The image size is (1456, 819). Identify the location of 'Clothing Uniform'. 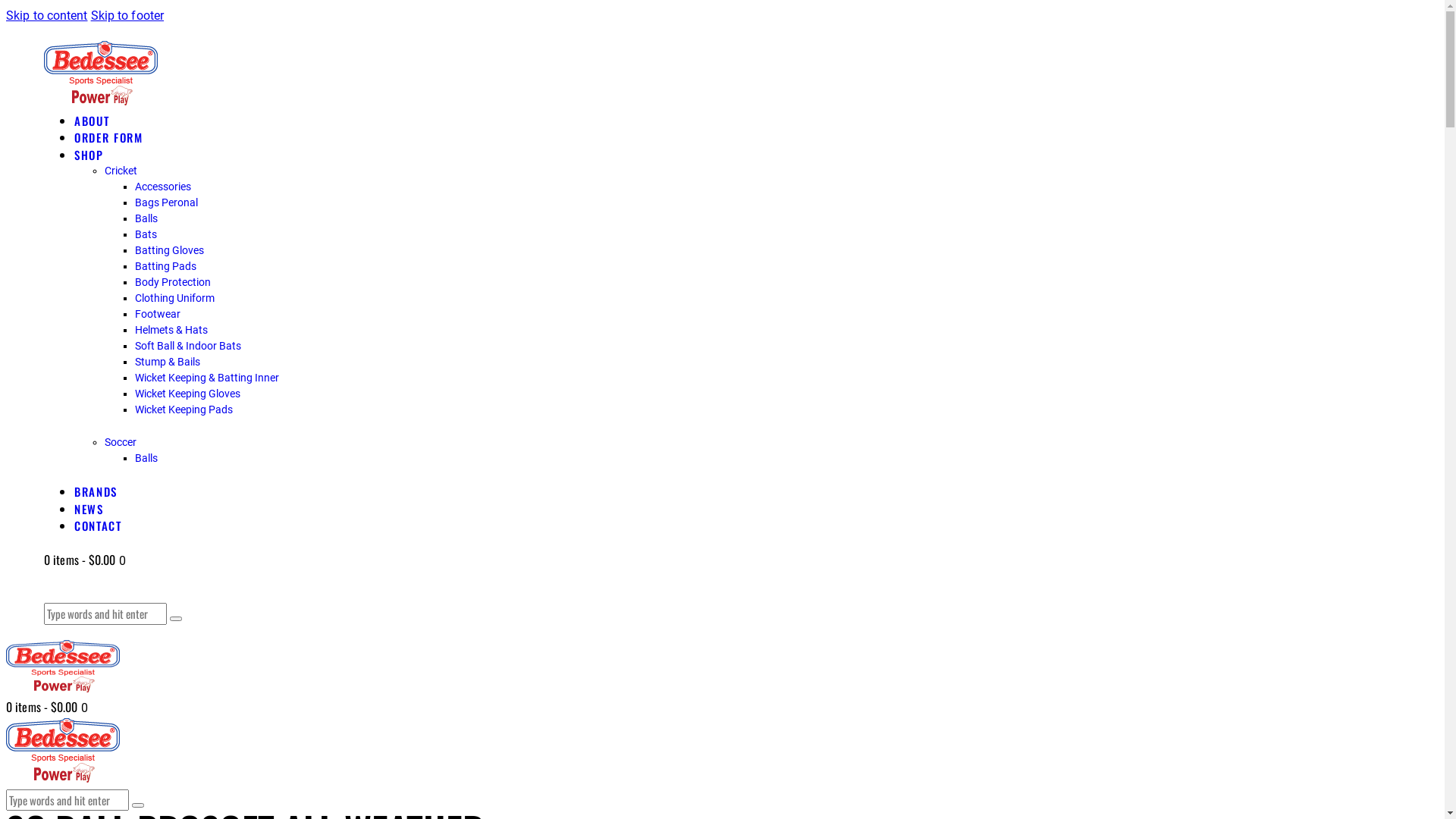
(174, 298).